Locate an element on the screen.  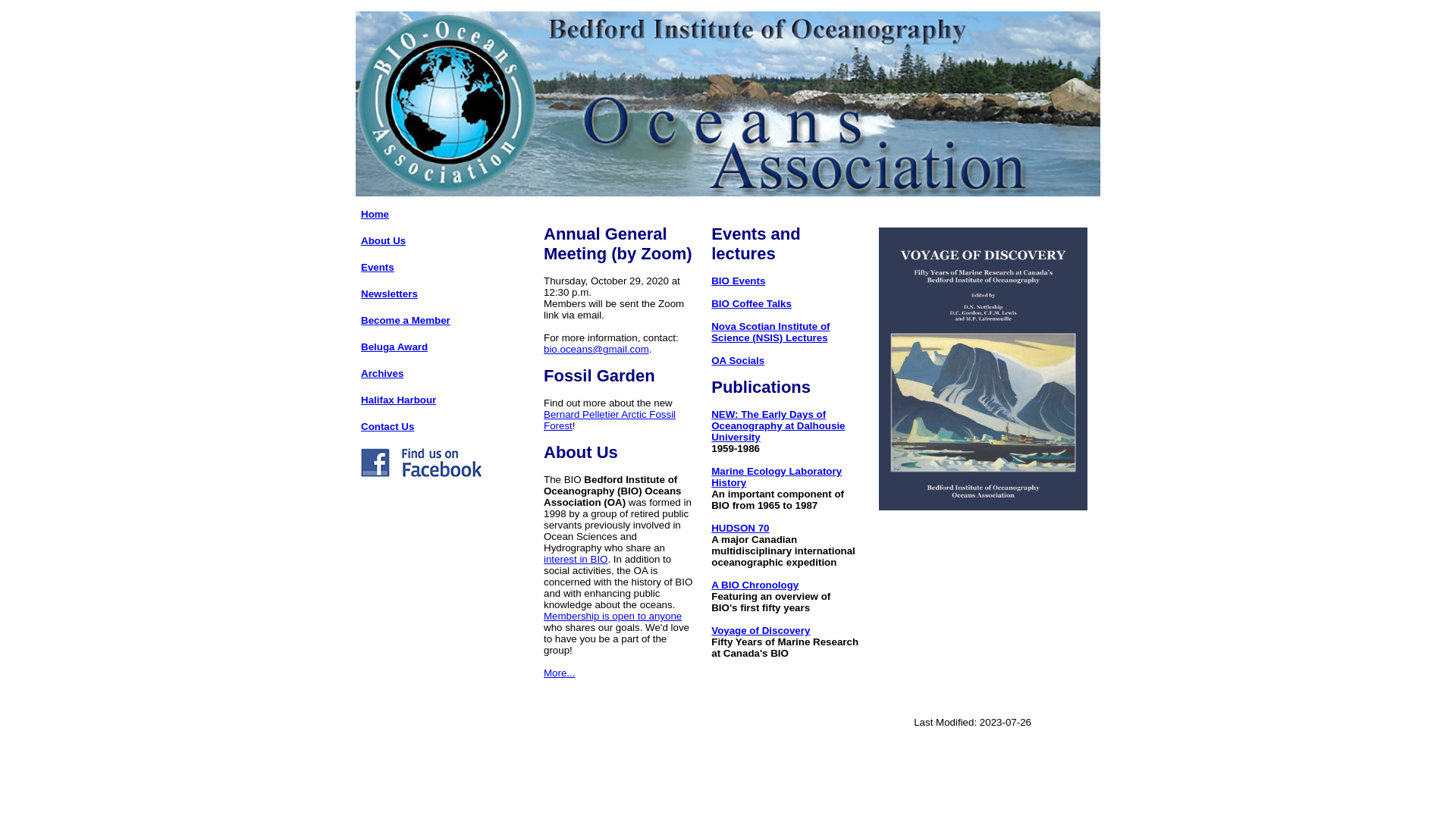
'Become a Member' is located at coordinates (405, 319).